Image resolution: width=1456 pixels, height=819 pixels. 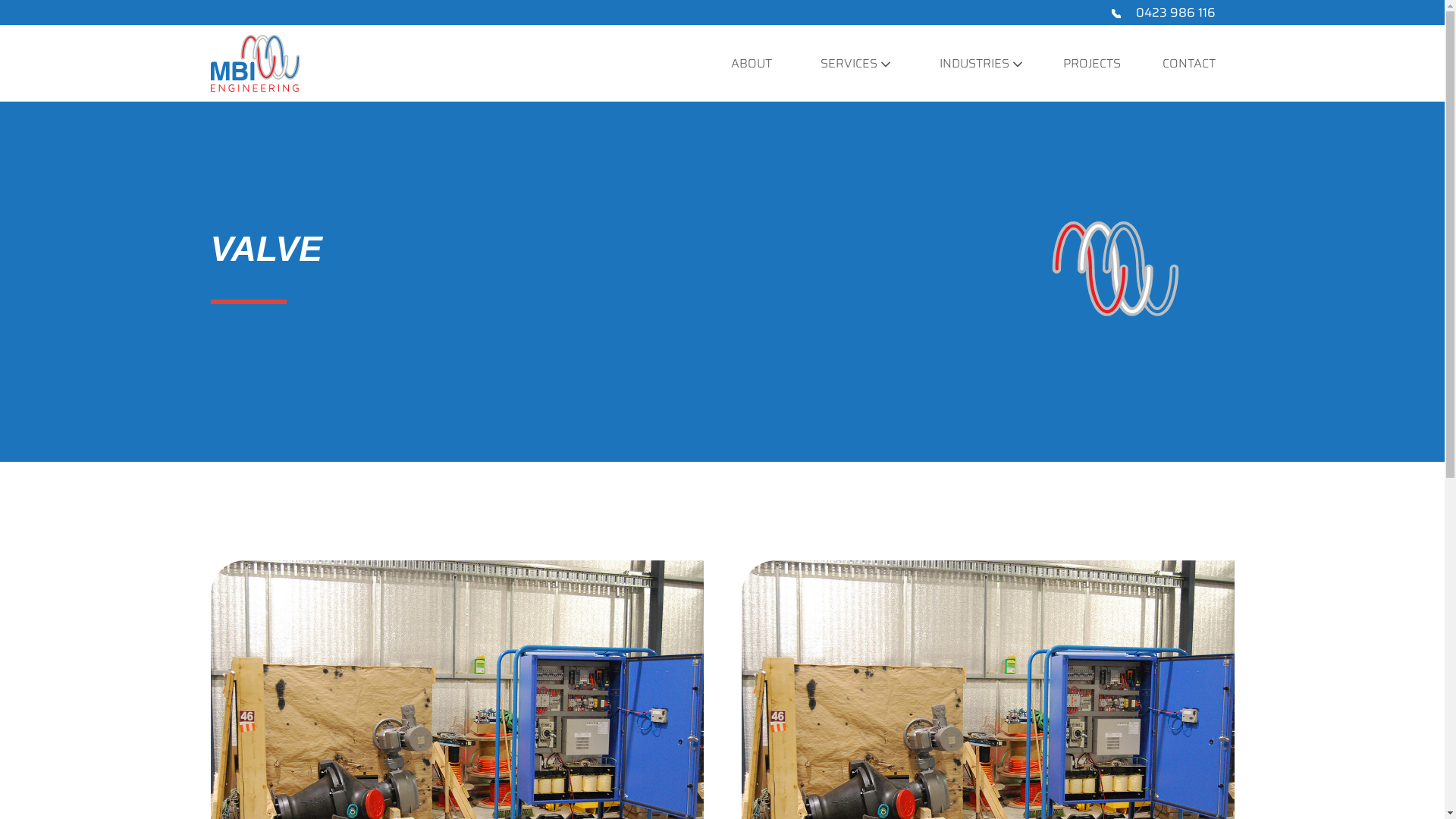 What do you see at coordinates (751, 62) in the screenshot?
I see `'ABOUT'` at bounding box center [751, 62].